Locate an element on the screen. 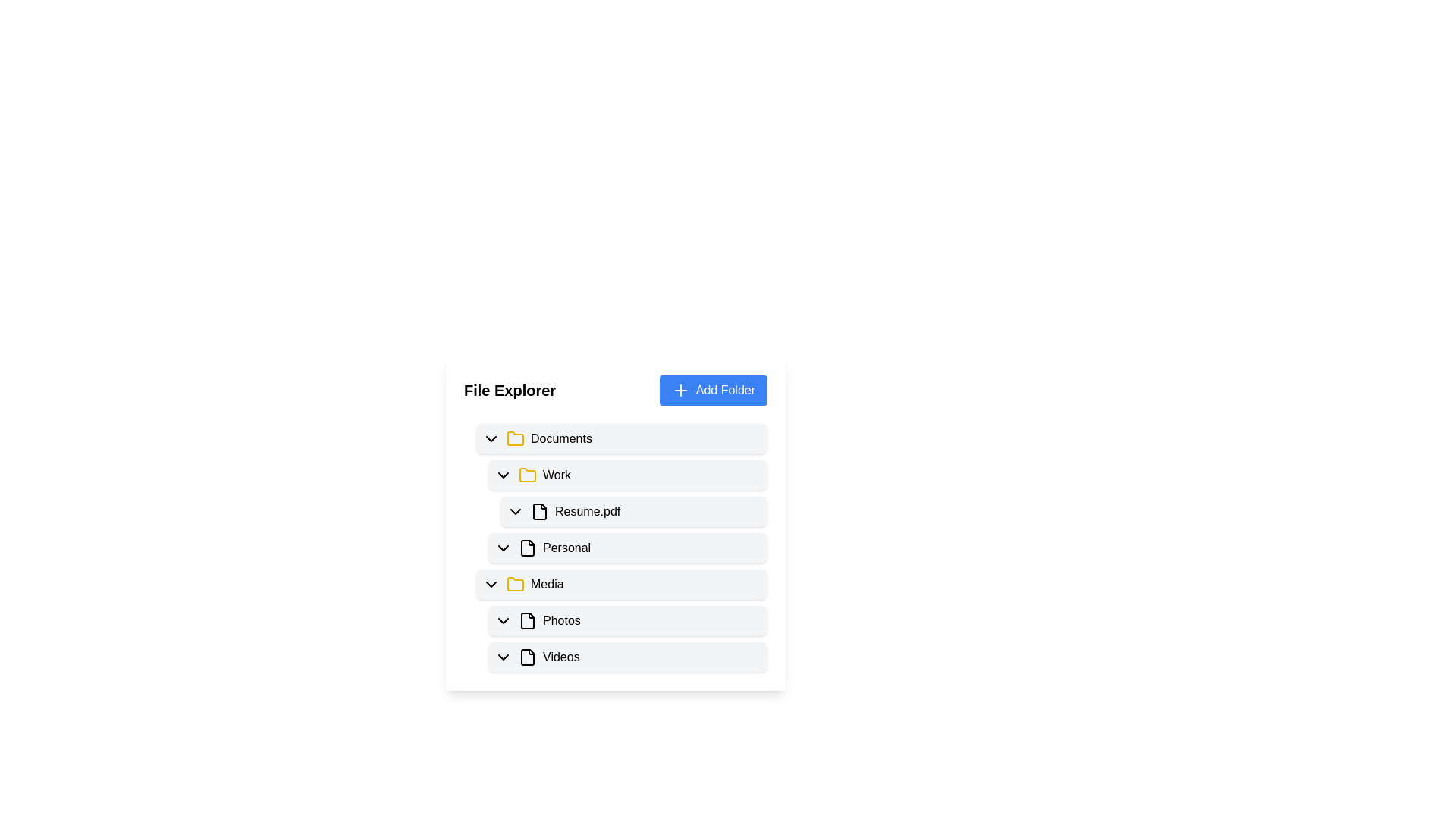  the second list item under the 'Media' group is located at coordinates (622, 617).